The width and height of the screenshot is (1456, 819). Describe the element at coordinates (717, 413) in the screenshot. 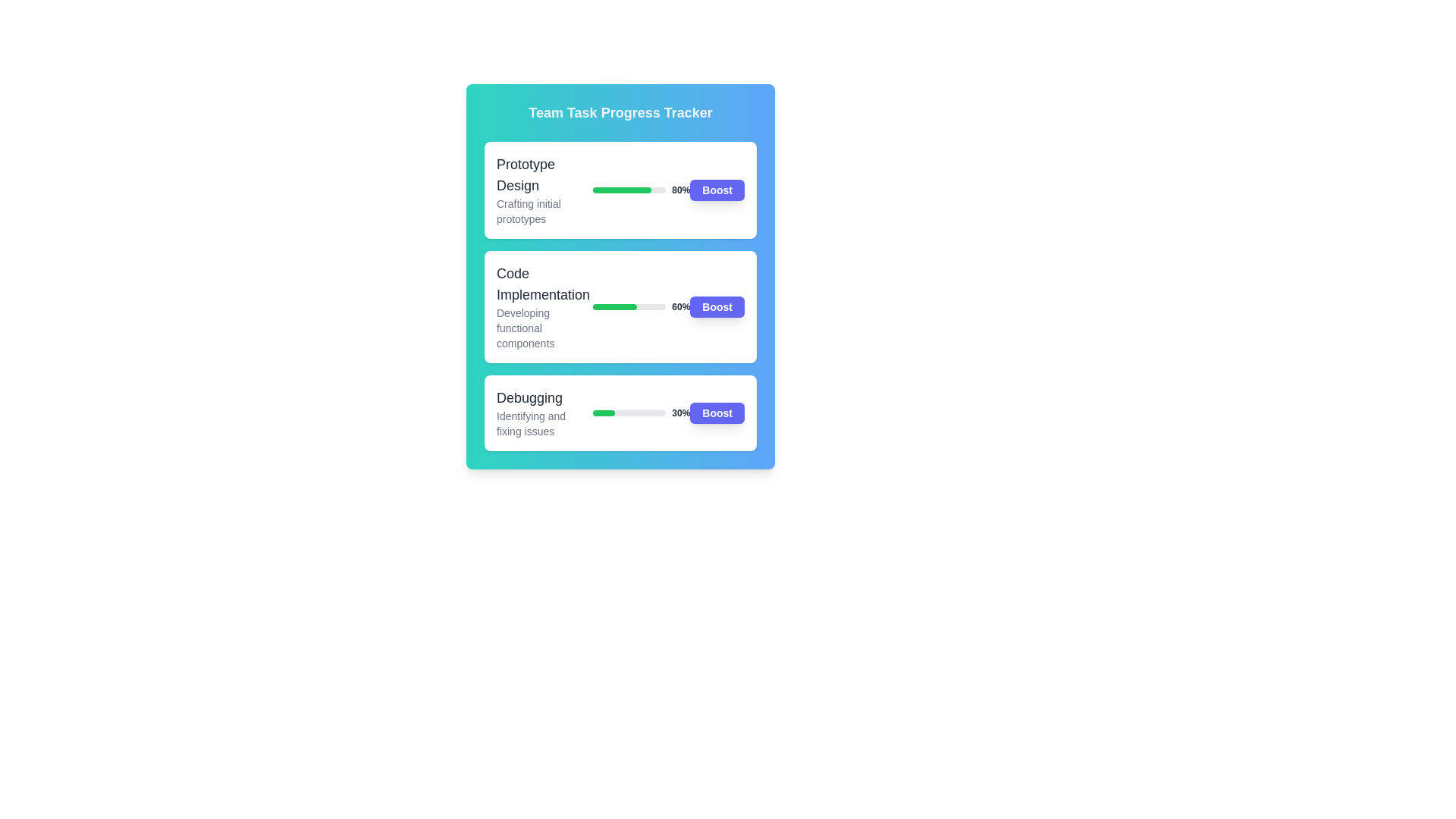

I see `the interactive button located at the far right of the 'Debugging' task panel` at that location.